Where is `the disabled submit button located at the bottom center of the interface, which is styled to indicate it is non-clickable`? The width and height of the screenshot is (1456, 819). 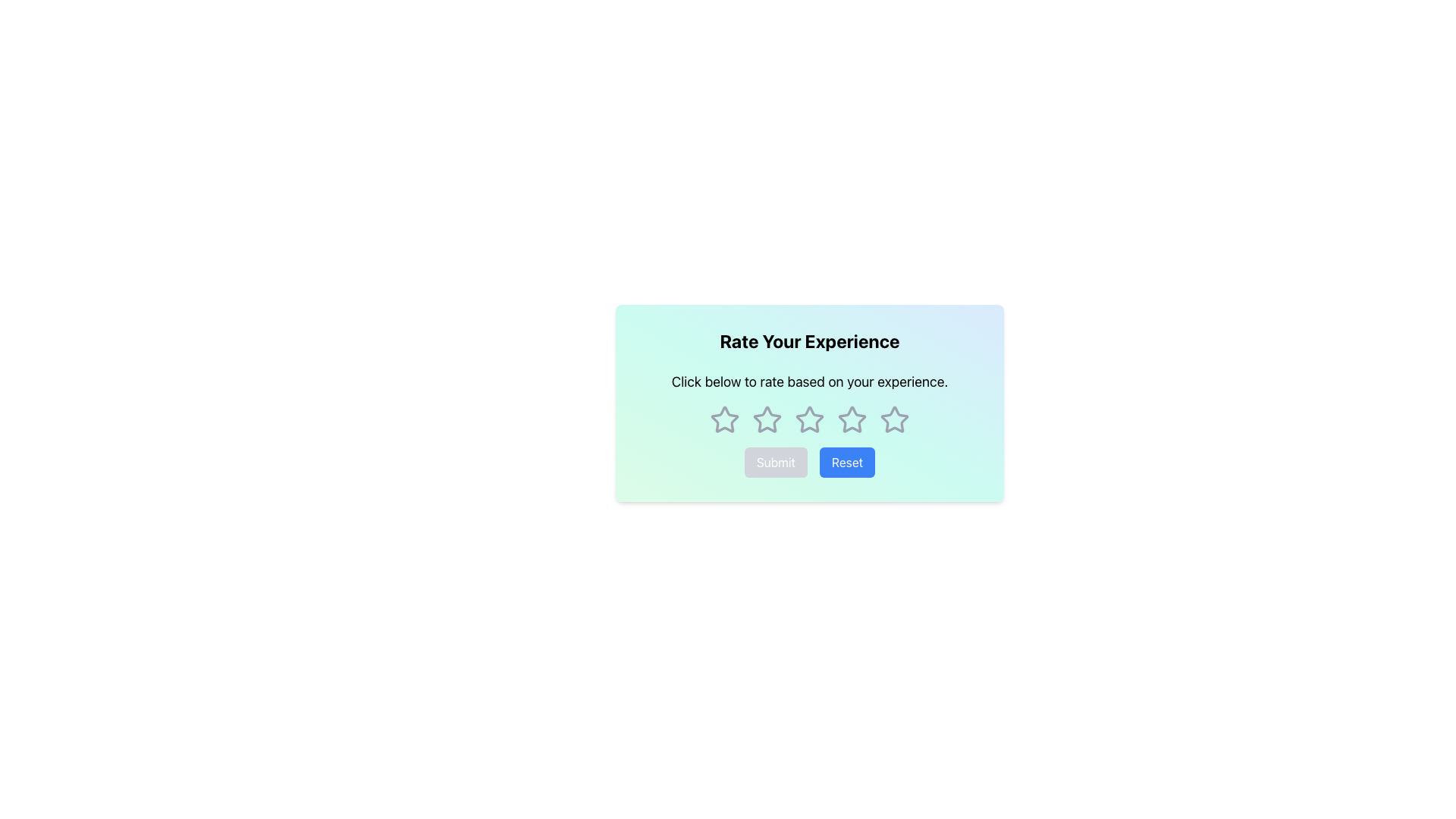
the disabled submit button located at the bottom center of the interface, which is styled to indicate it is non-clickable is located at coordinates (776, 461).